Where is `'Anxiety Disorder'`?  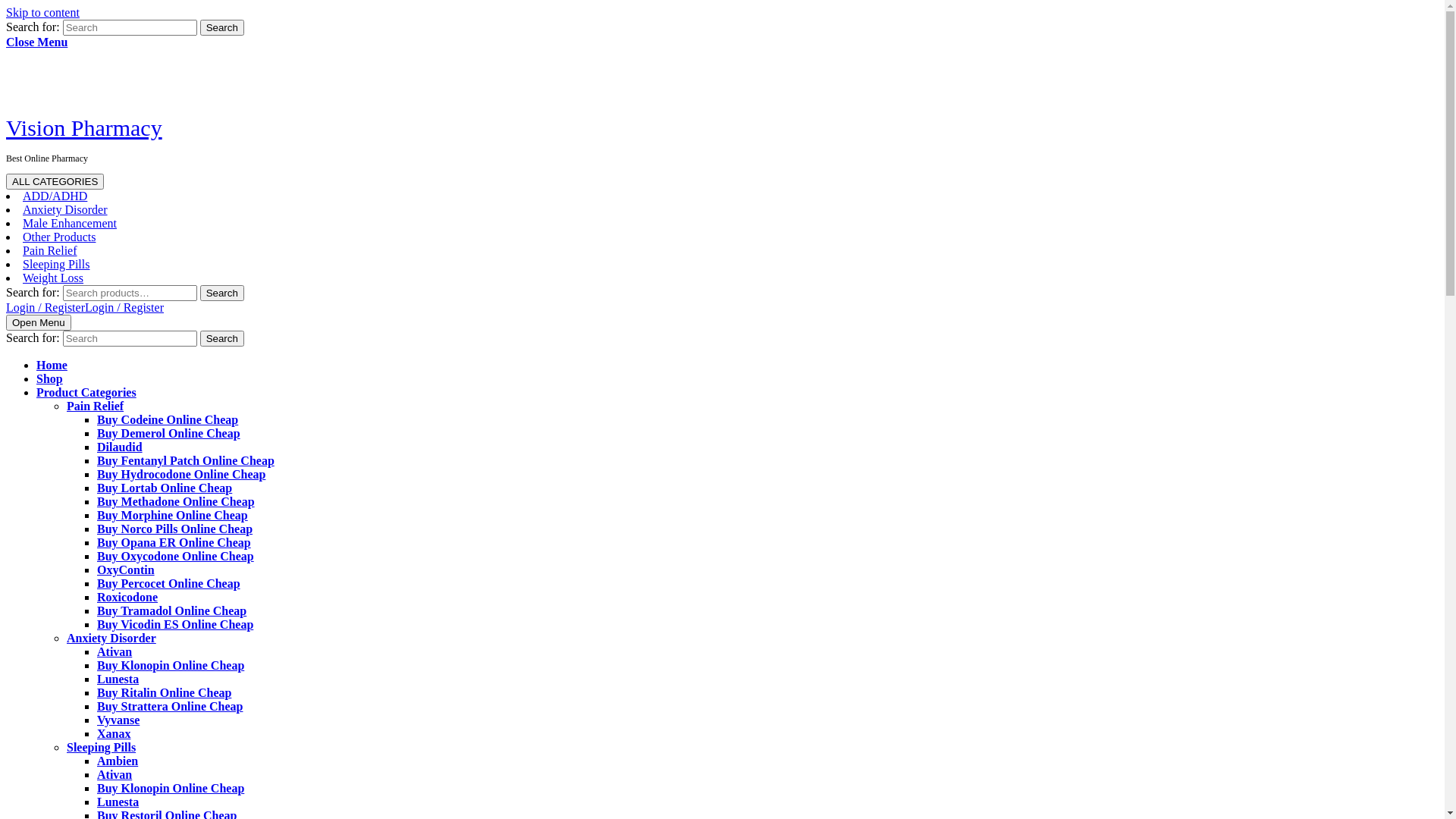
'Anxiety Disorder' is located at coordinates (64, 209).